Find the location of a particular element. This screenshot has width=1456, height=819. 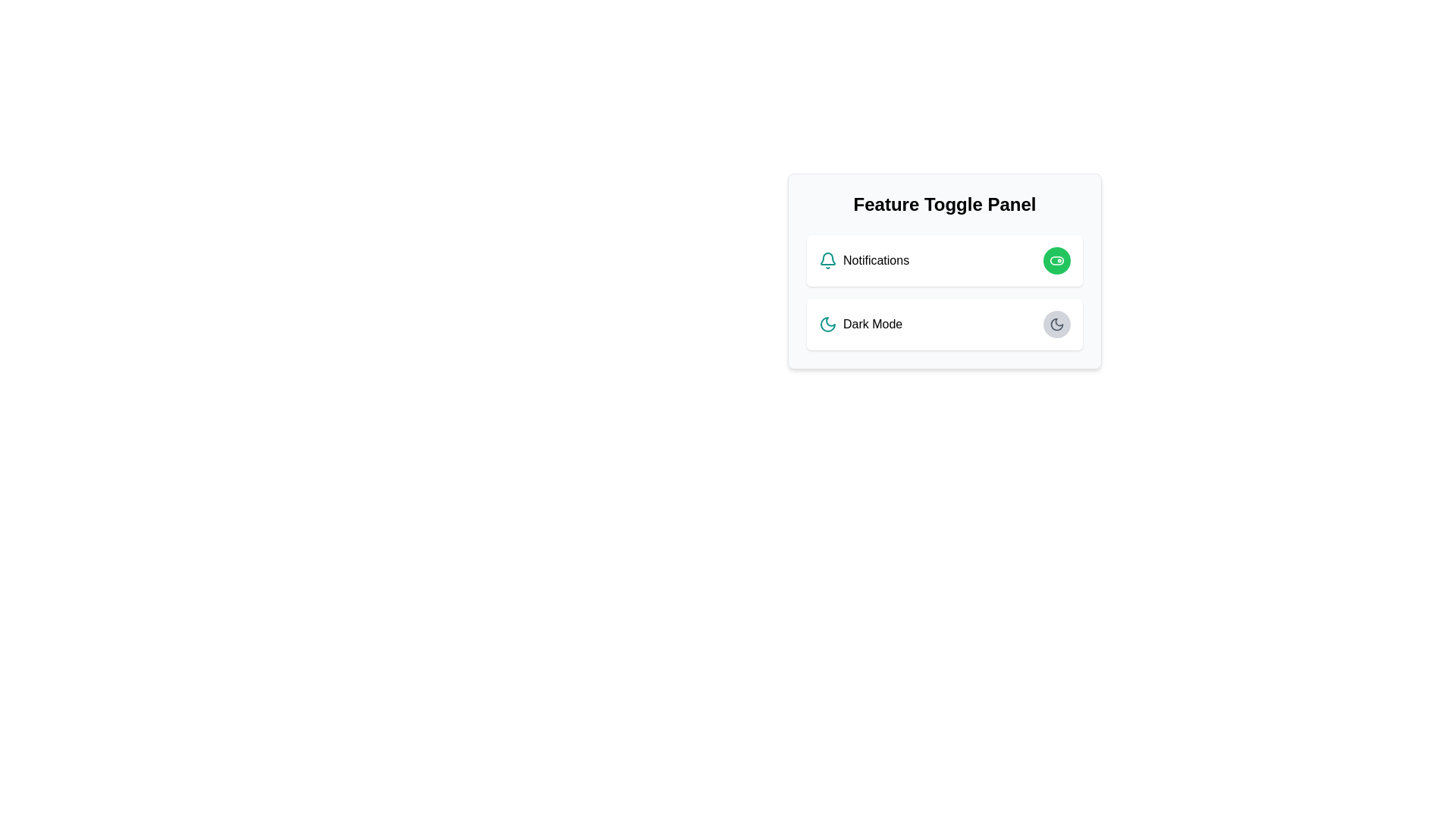

the toggle switches on the control panel for 'Notifications' and 'Dark Mode' located in the upper-right portion of the interface is located at coordinates (944, 271).